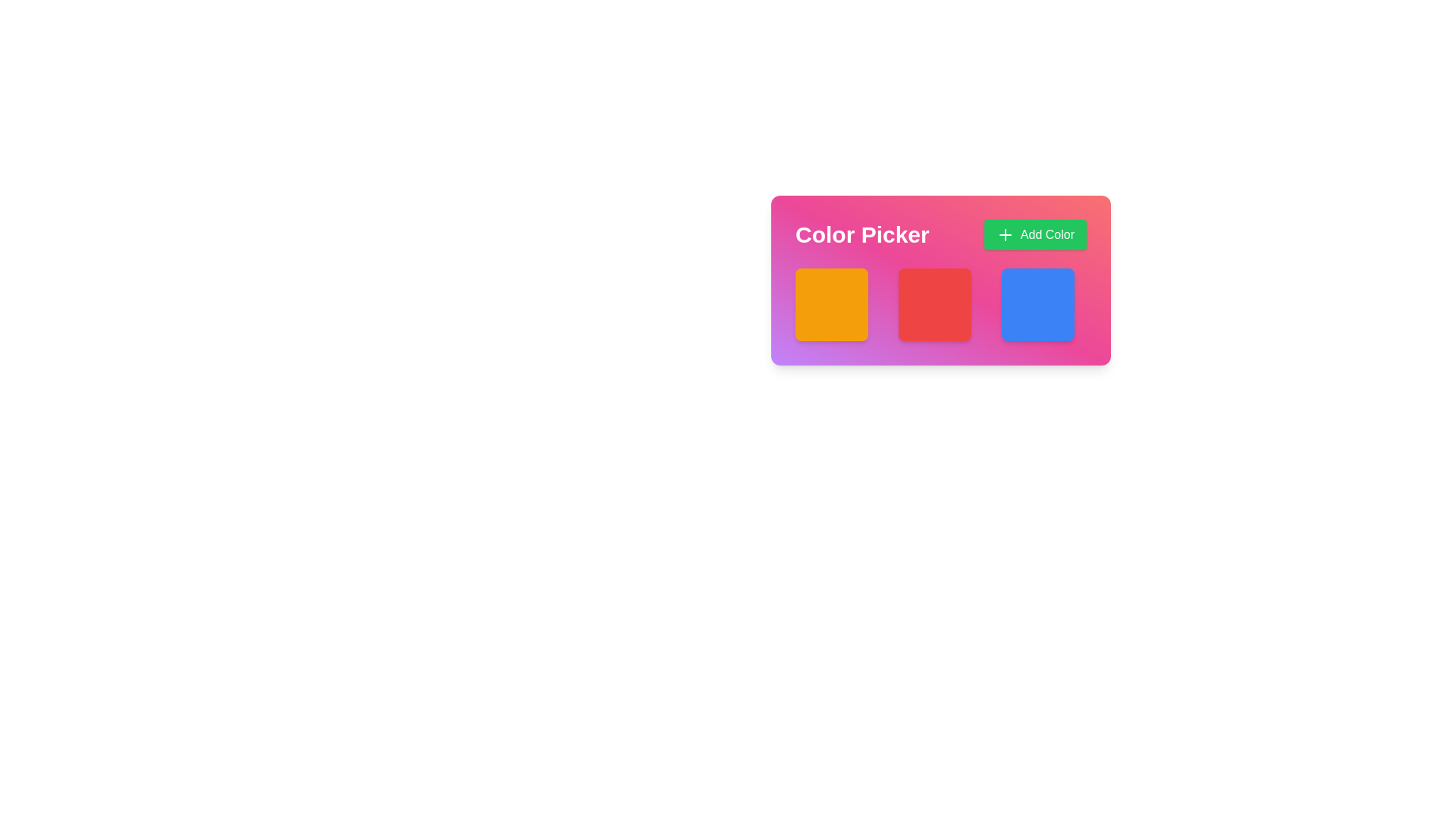 This screenshot has height=819, width=1456. I want to click on the trash/delete icon button located in the top-right corner of the blue color tile within the 'Color Picker' section to potentially view a tooltip, so click(1072, 281).